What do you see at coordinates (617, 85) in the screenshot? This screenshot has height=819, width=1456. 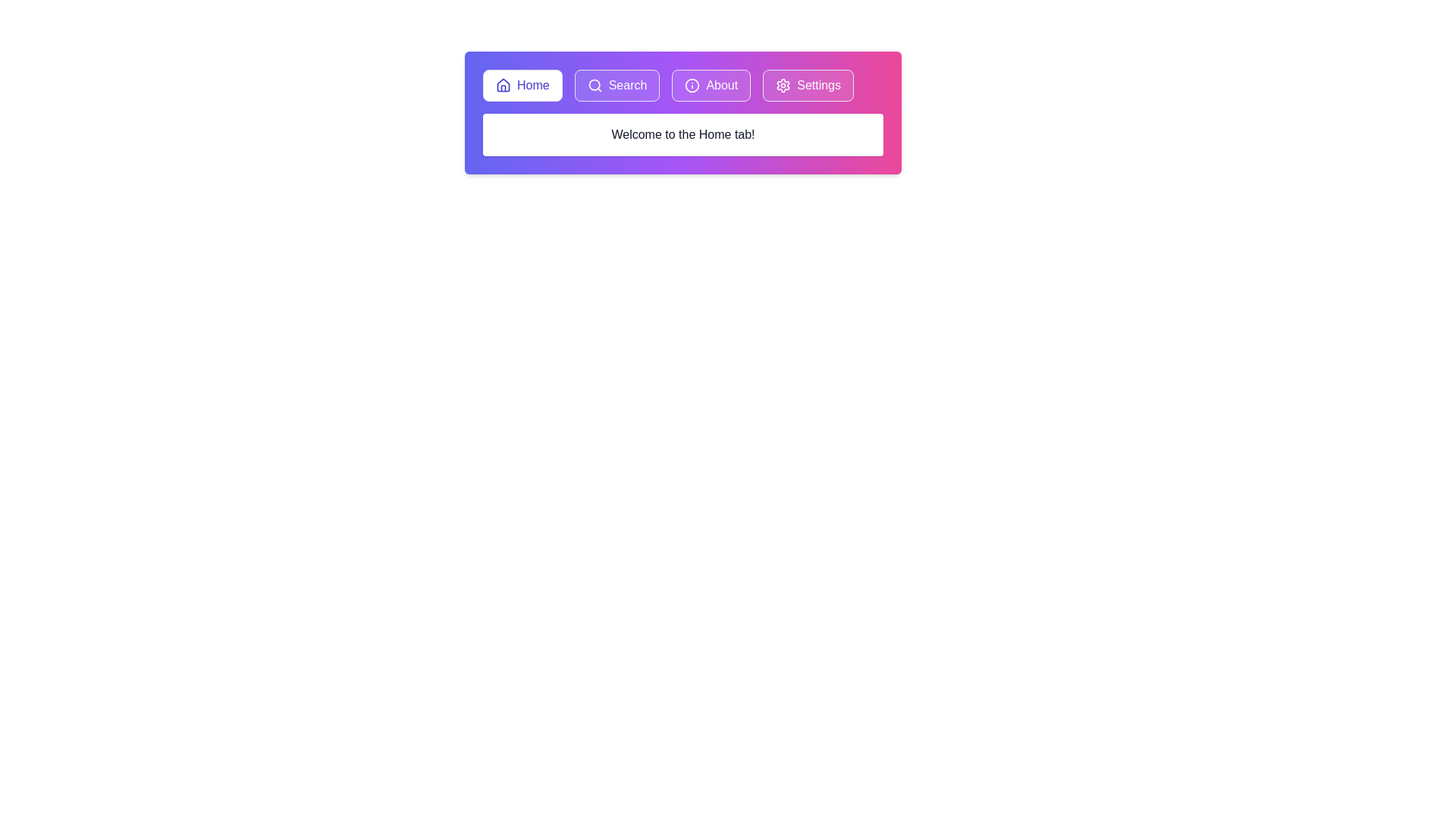 I see `the tab labeled Search to activate it` at bounding box center [617, 85].